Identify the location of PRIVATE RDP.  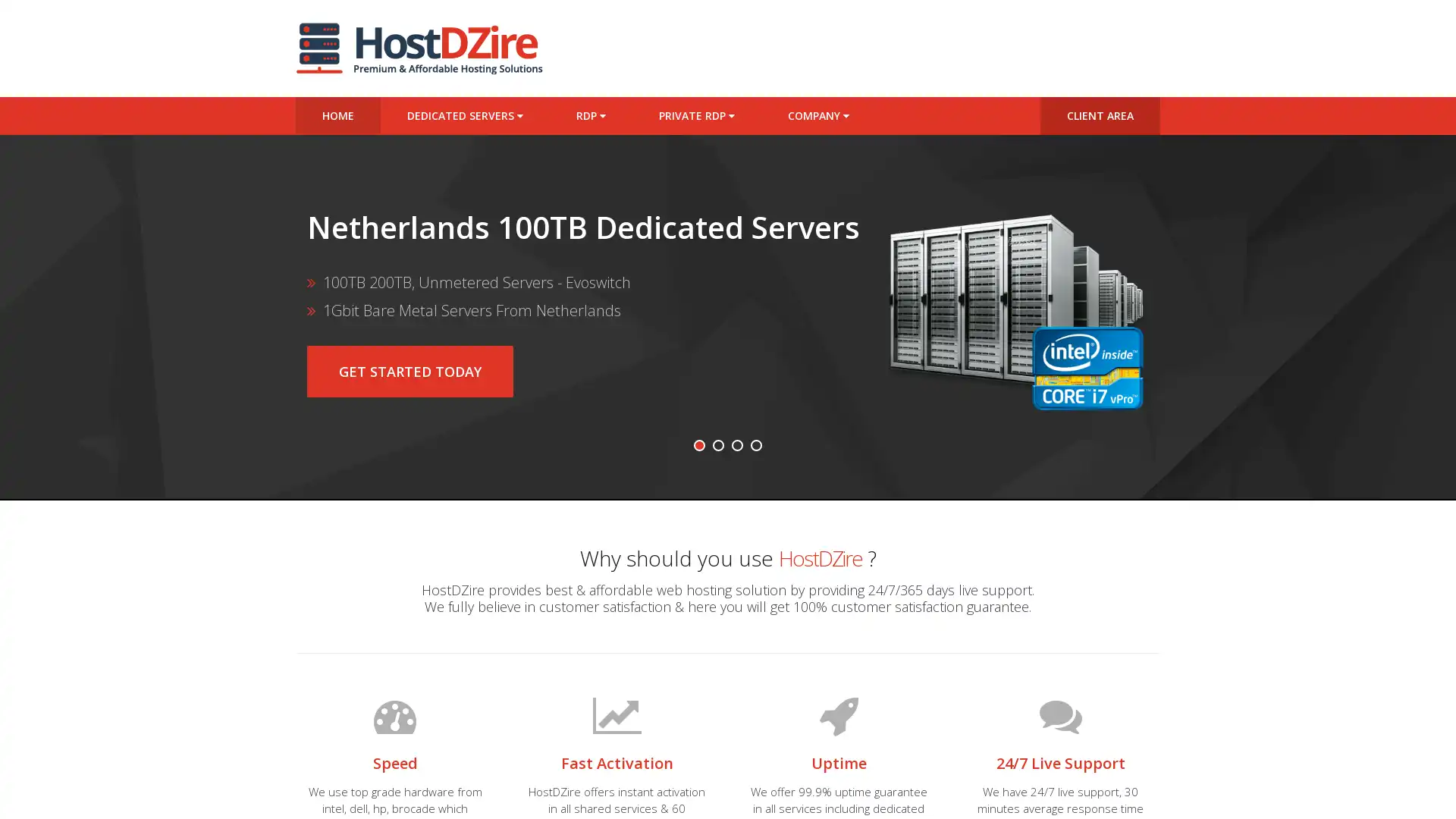
(695, 115).